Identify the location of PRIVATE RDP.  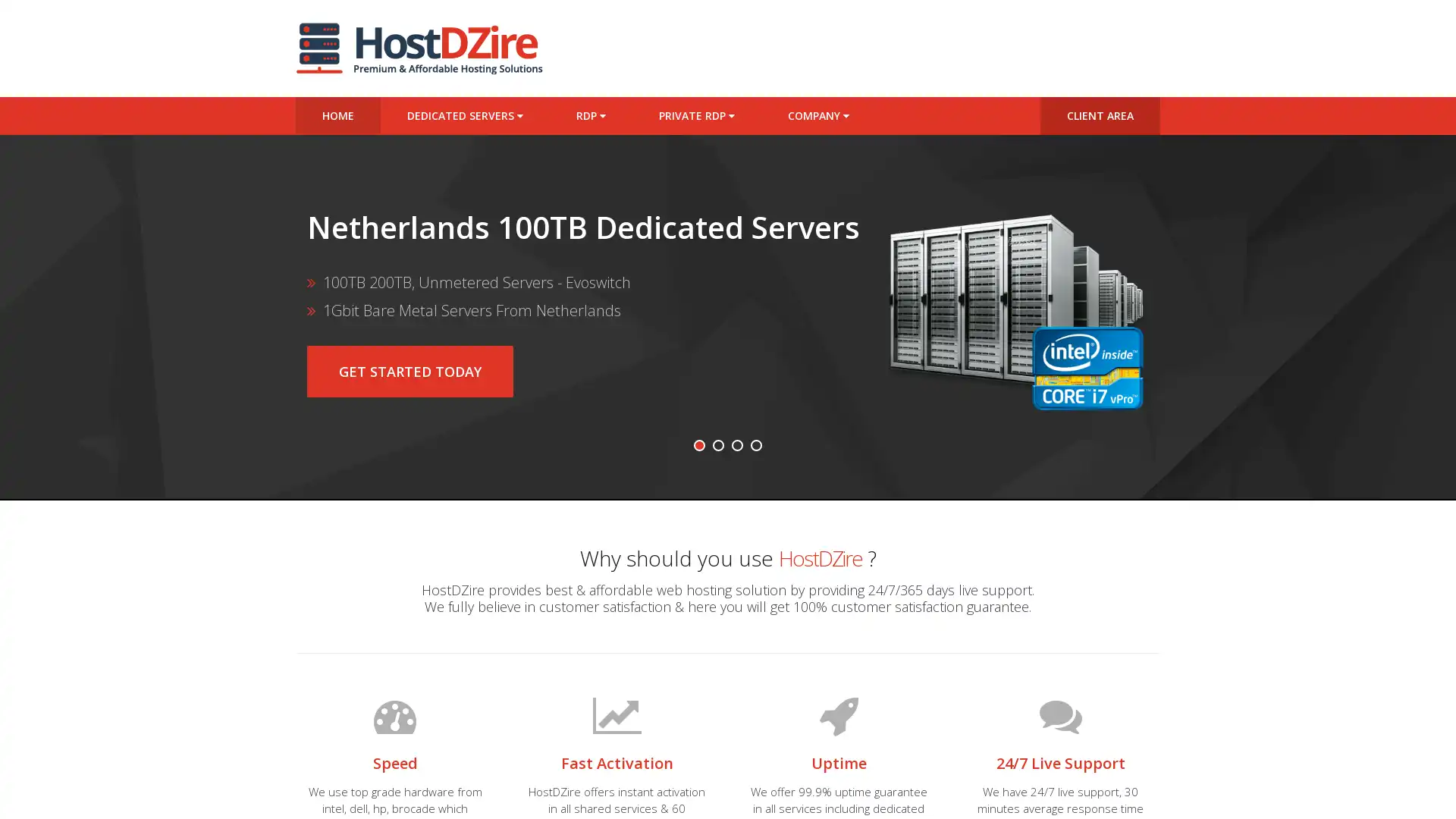
(695, 115).